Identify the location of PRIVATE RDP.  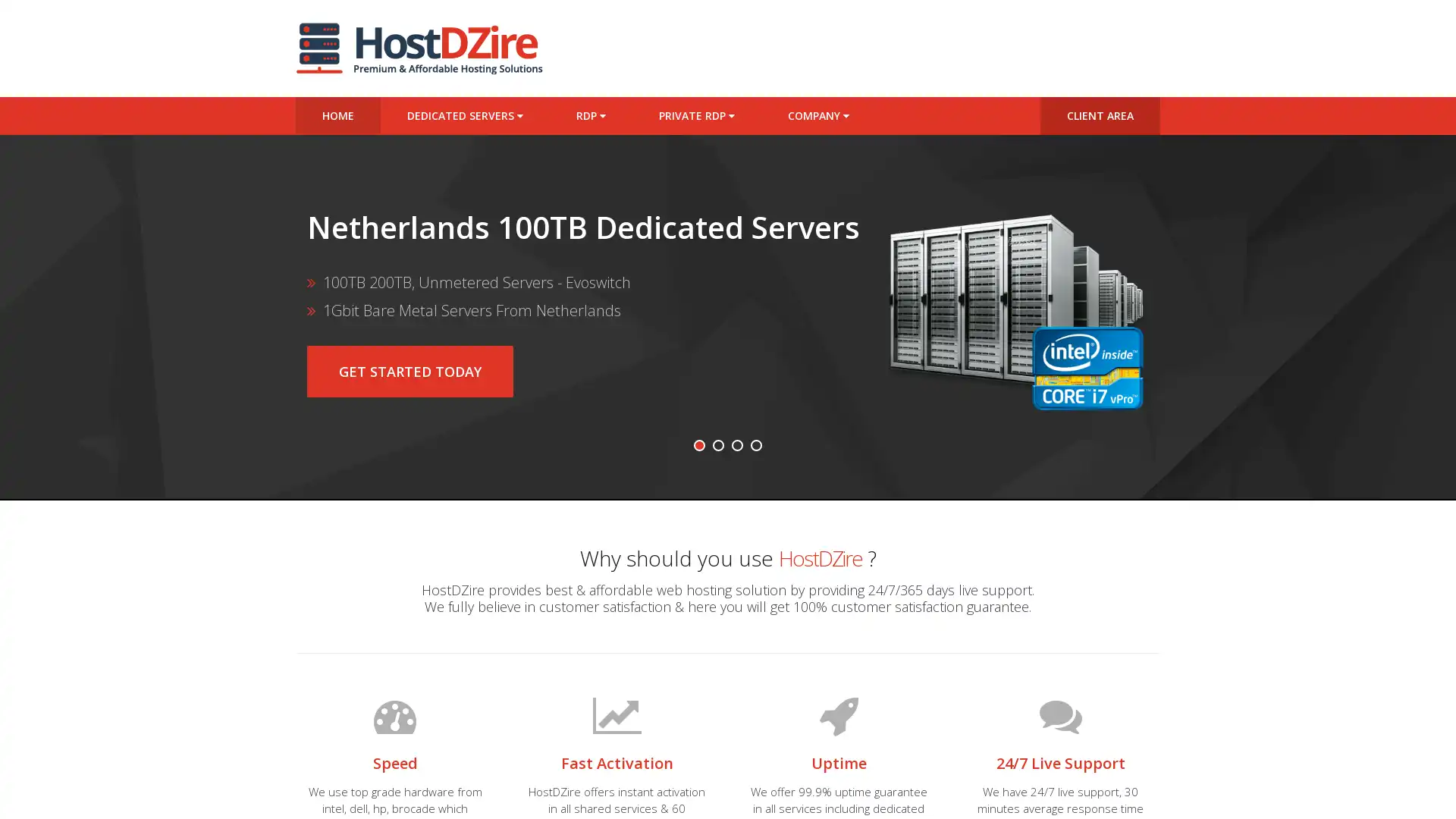
(695, 115).